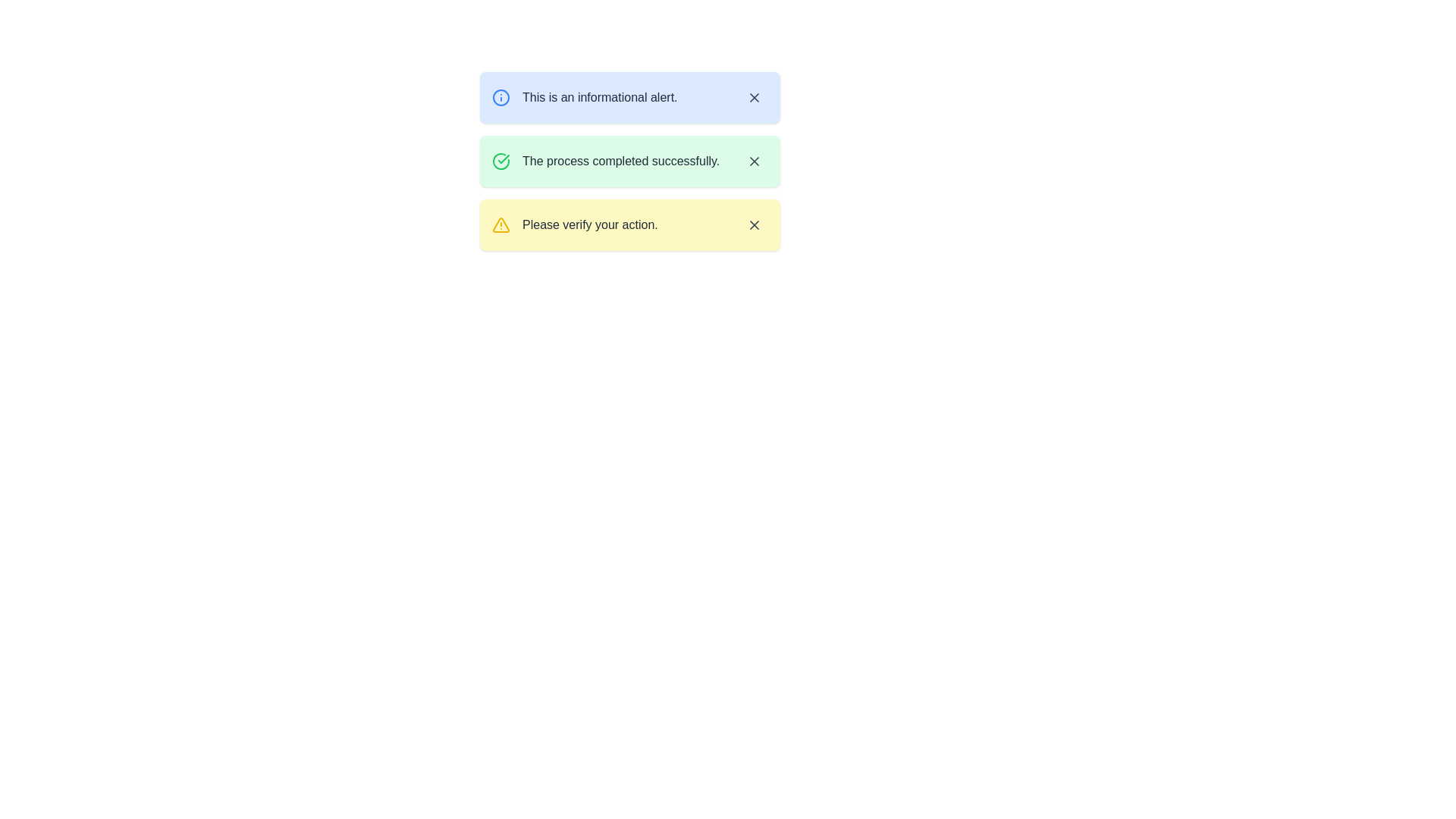  Describe the element at coordinates (501, 161) in the screenshot. I see `the green checkmark icon in the success alert box that indicates the process has completed successfully` at that location.